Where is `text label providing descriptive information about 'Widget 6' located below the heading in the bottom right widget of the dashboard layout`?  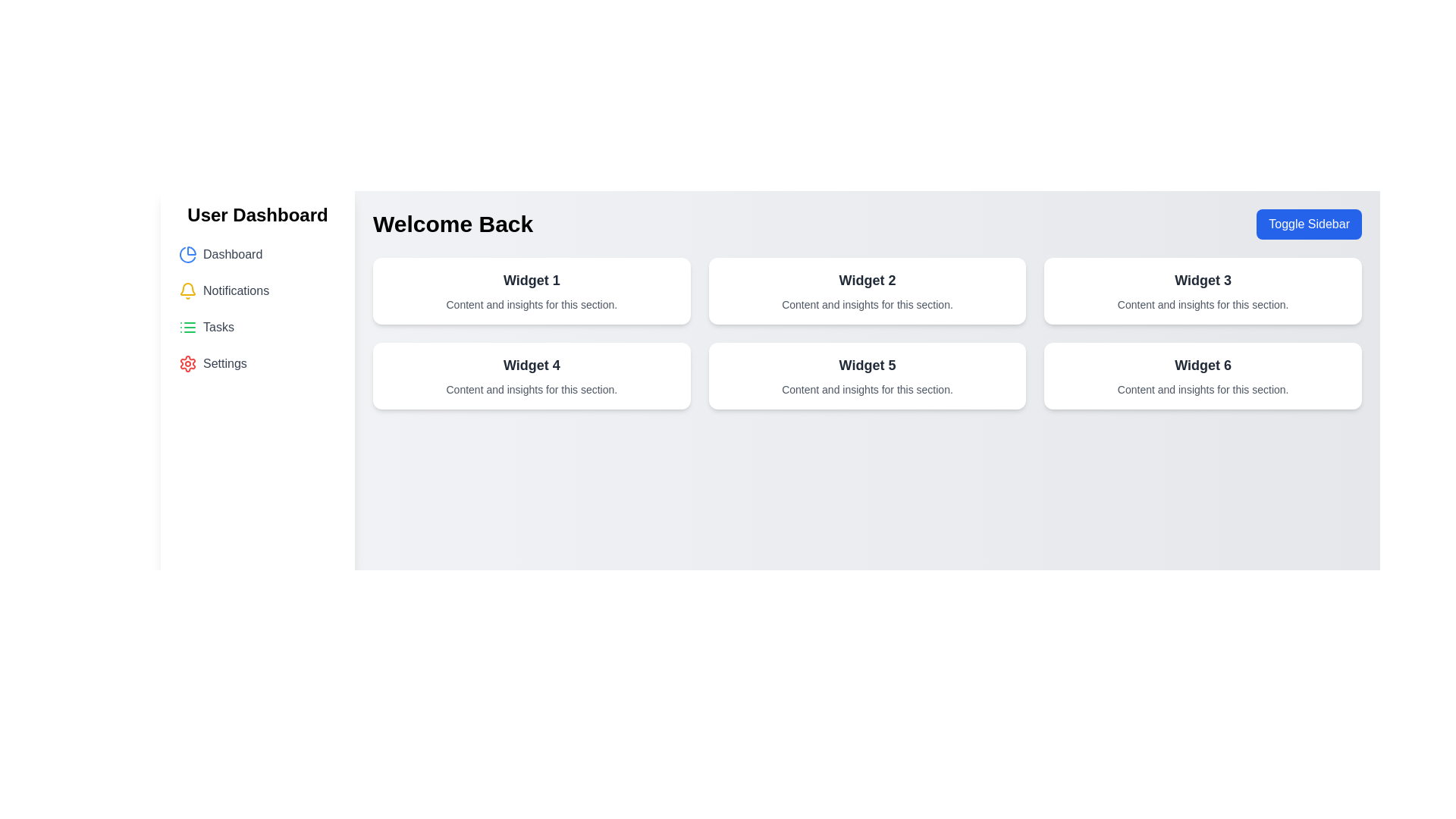 text label providing descriptive information about 'Widget 6' located below the heading in the bottom right widget of the dashboard layout is located at coordinates (1202, 388).